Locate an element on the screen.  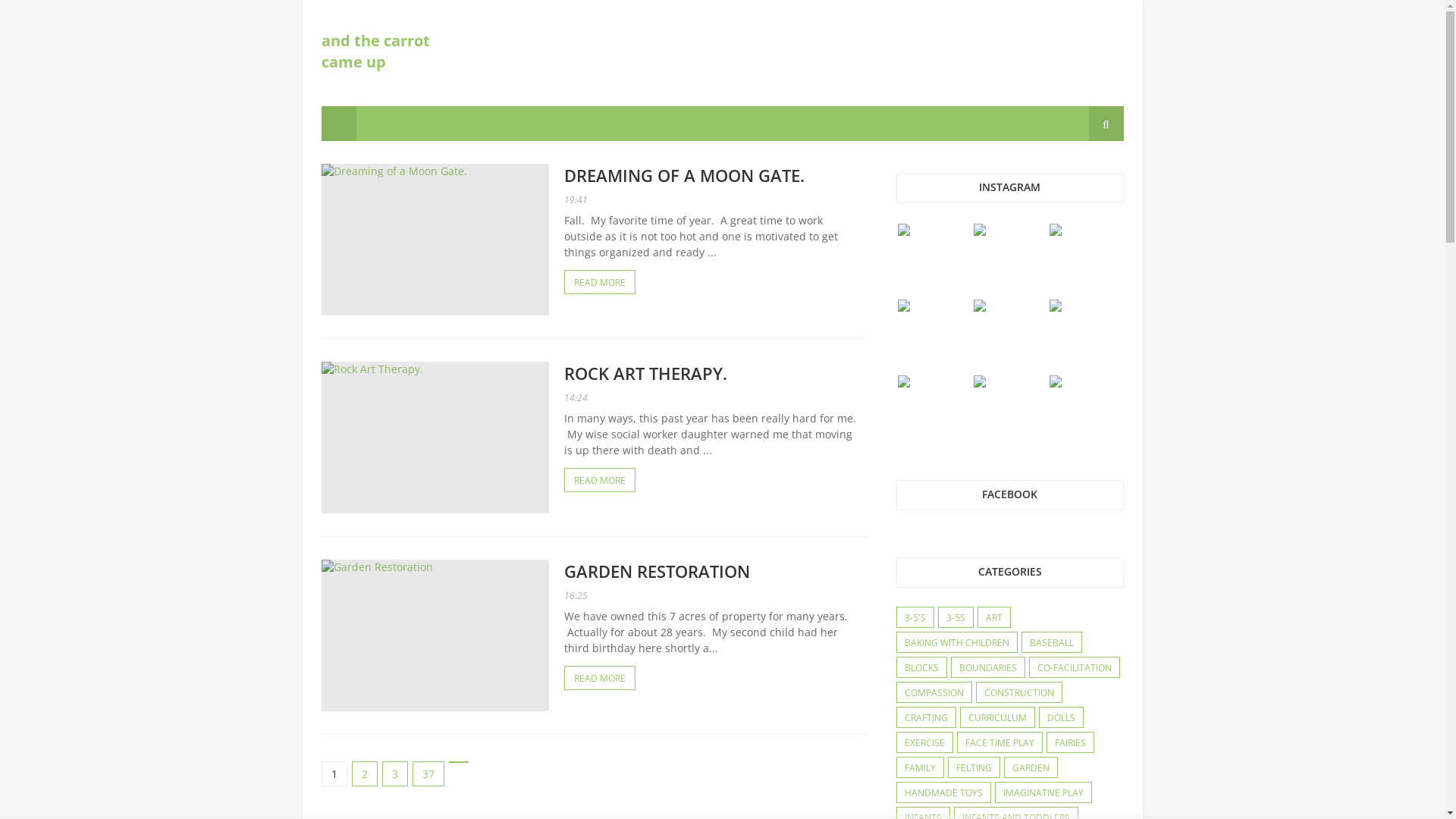
'FELTING' is located at coordinates (973, 768).